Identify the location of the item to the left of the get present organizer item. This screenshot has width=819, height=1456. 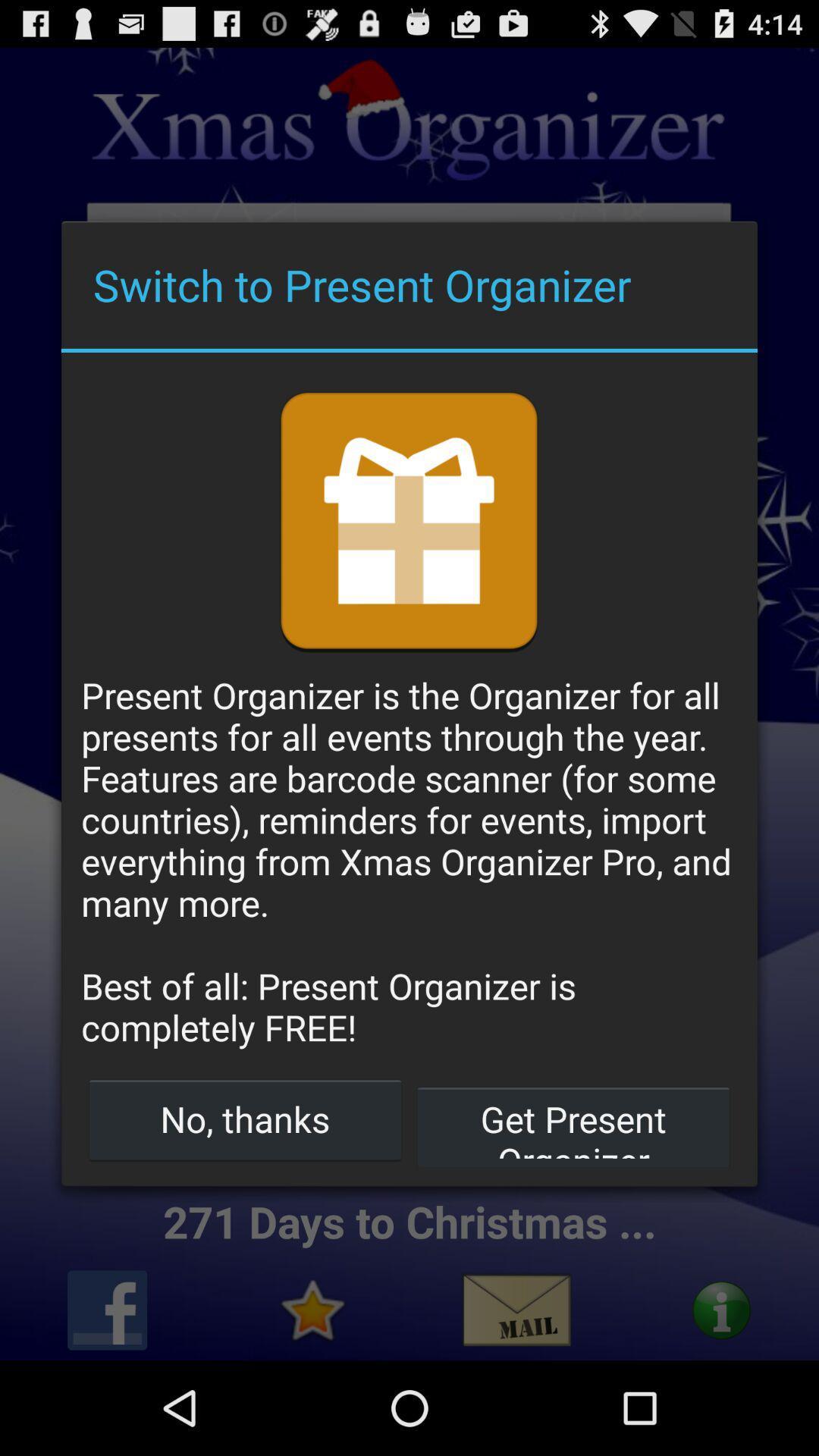
(244, 1119).